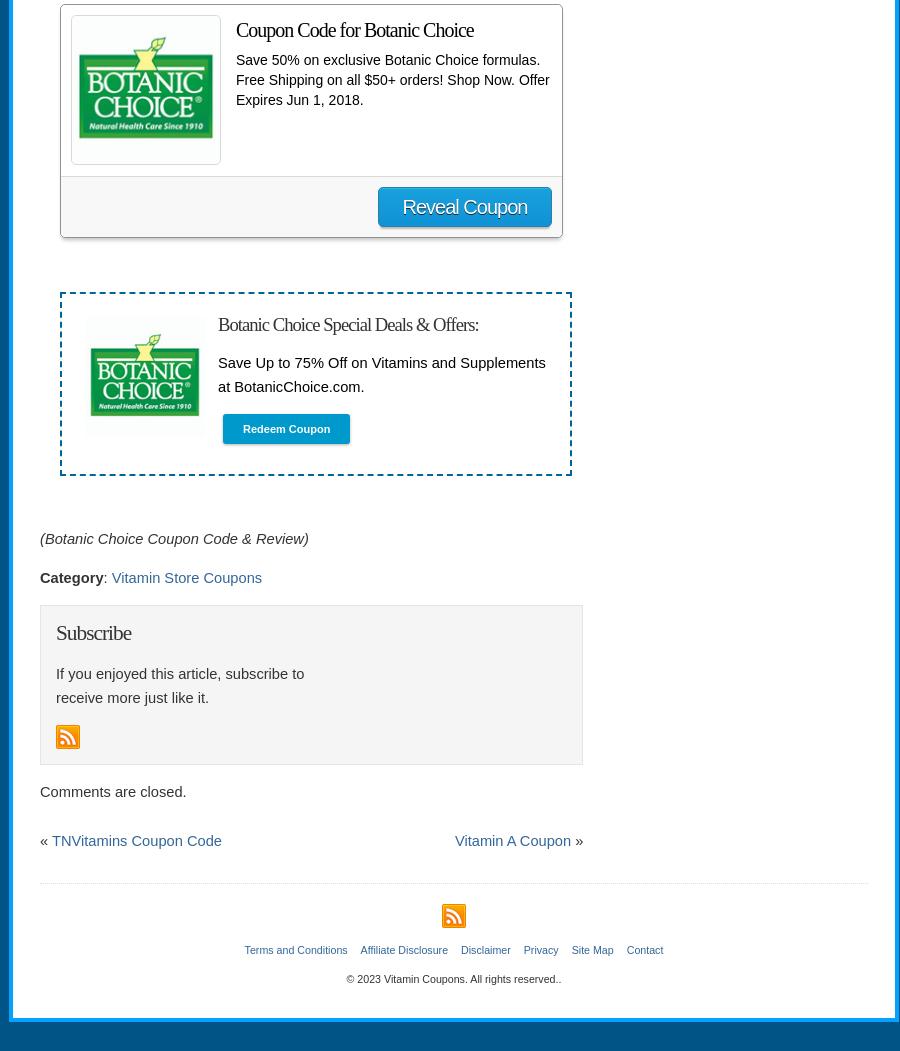  What do you see at coordinates (54, 685) in the screenshot?
I see `'If you enjoyed this article, subscribe to receive more just like it.'` at bounding box center [54, 685].